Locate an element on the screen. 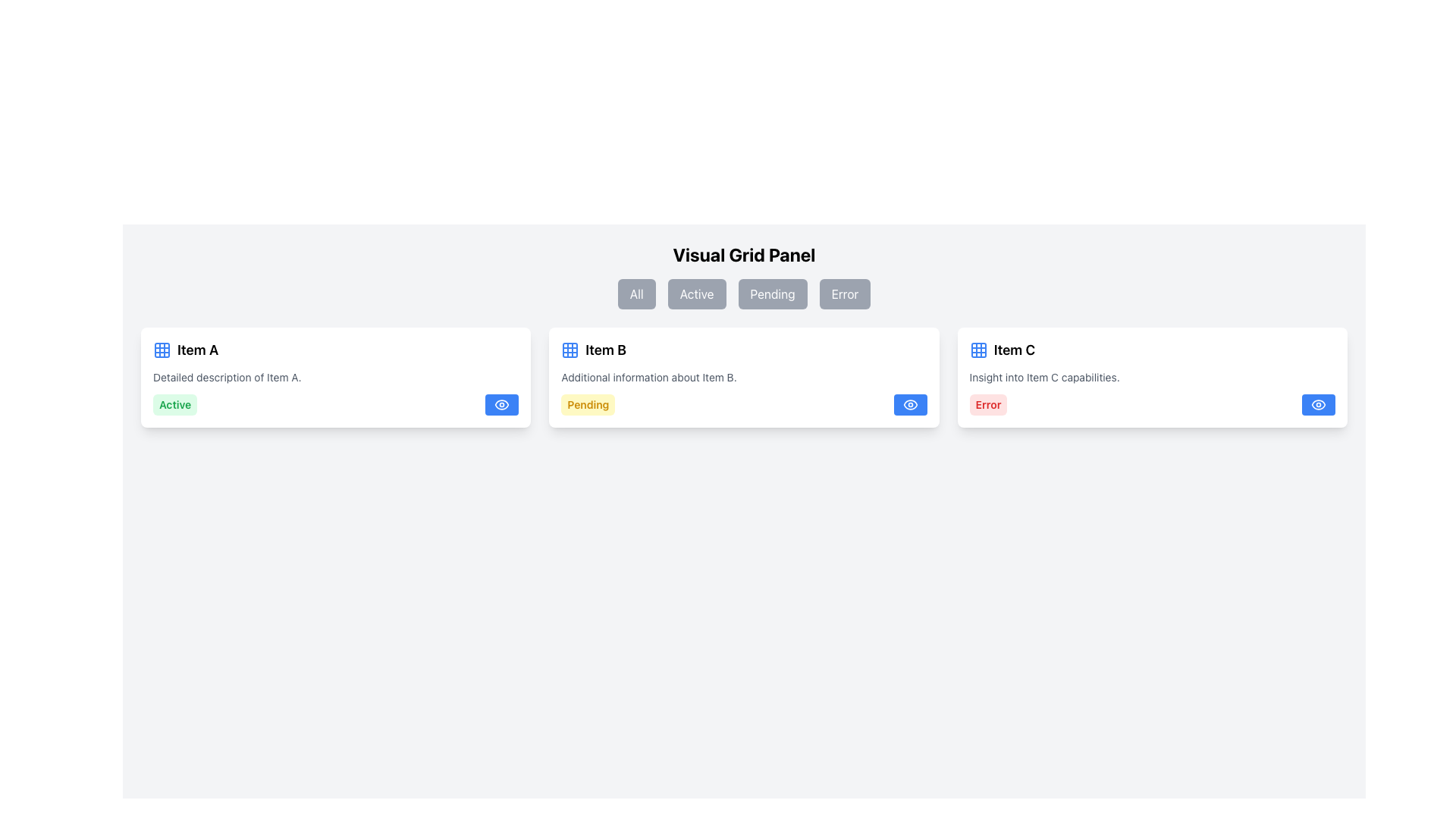 This screenshot has height=819, width=1456. the blue button with a rounded rectangle design and an eye-shaped icon, located in the bottom-right corner of the card labeled 'Item B' within the 'Pending' status group is located at coordinates (910, 403).